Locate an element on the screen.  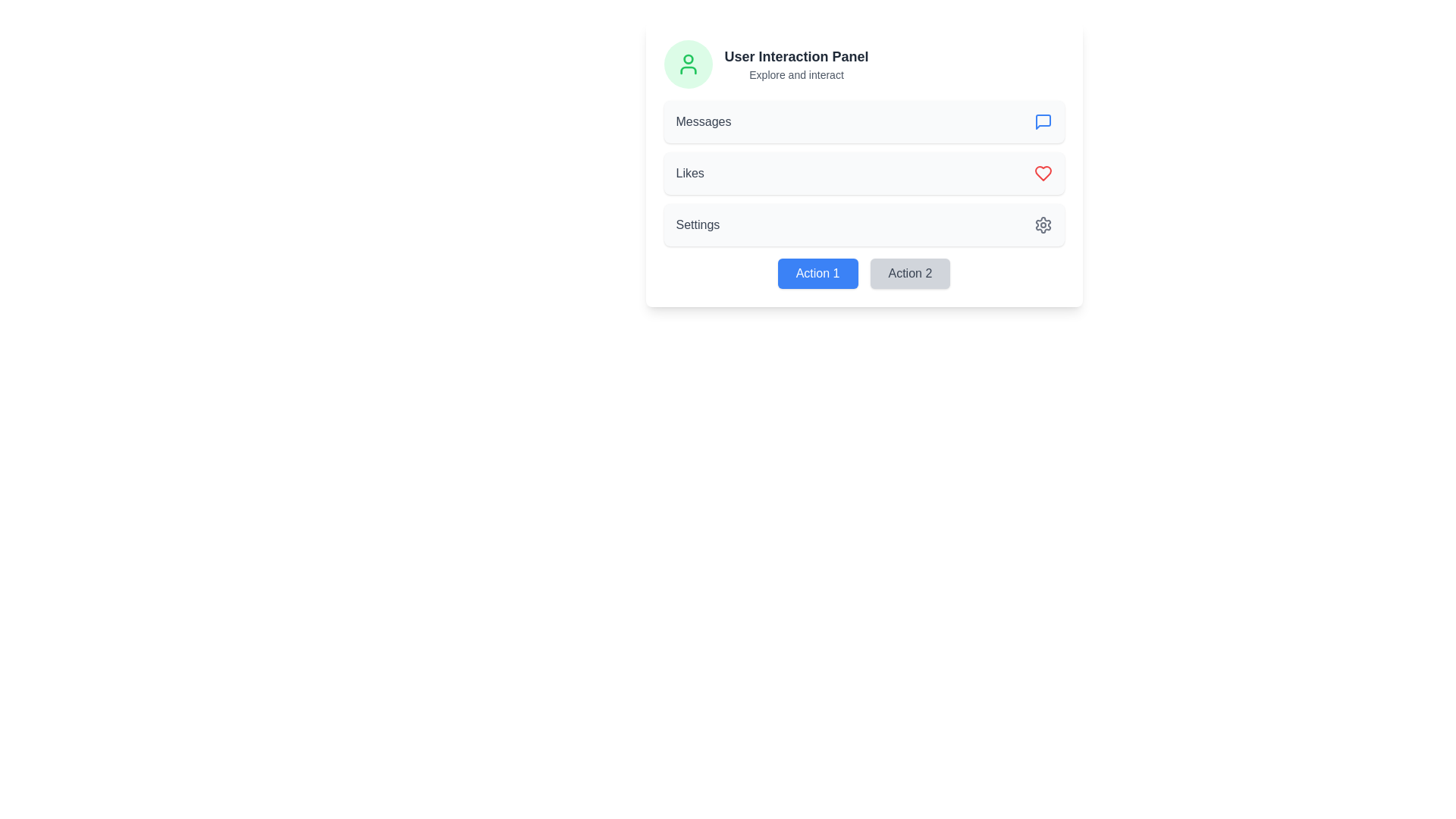
the Text label which serves as a heading for the panel below it, providing context to users about the content or functionality present in the interface is located at coordinates (795, 55).